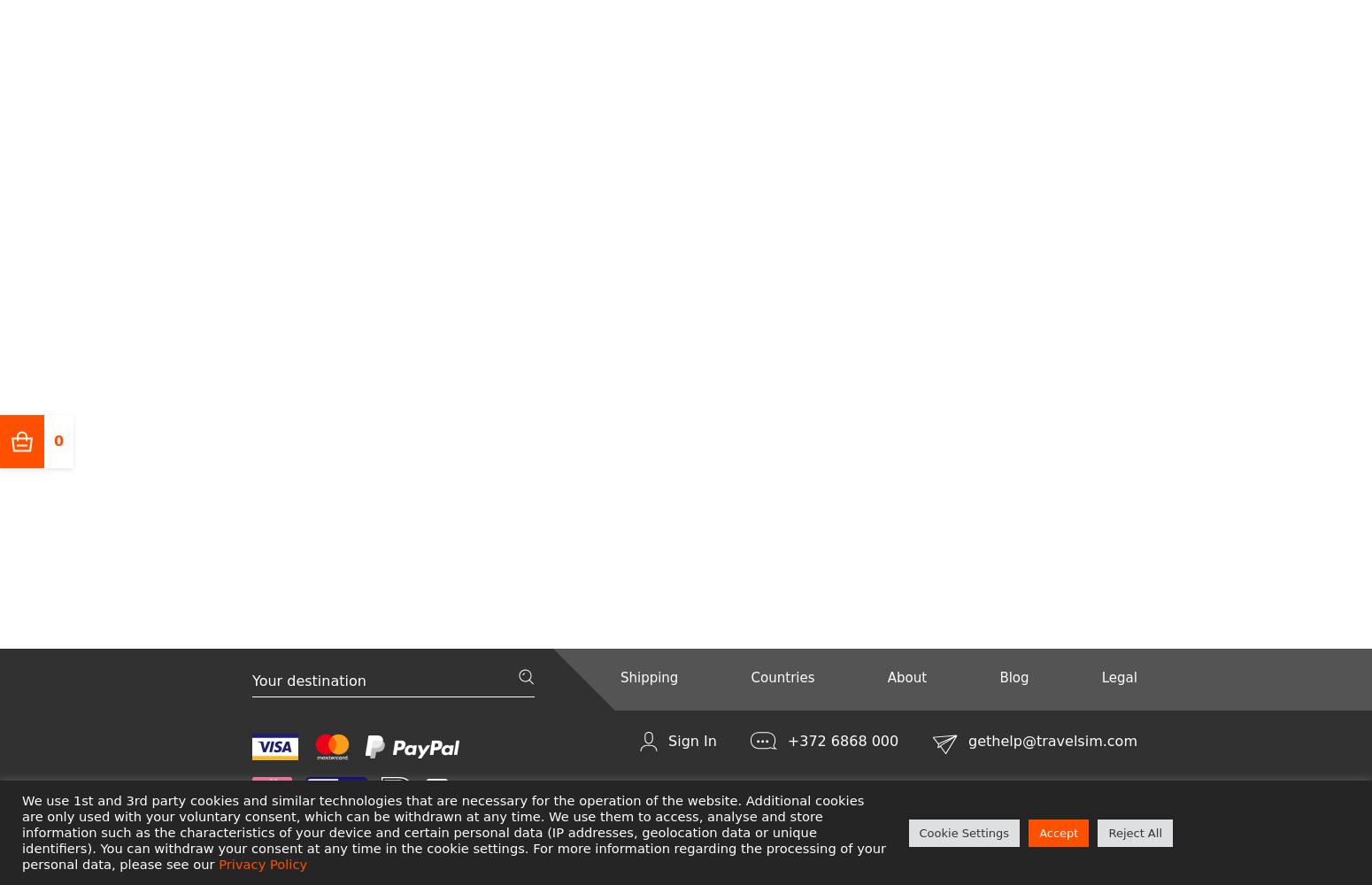 The width and height of the screenshot is (1372, 885). I want to click on 'English', so click(1112, 852).